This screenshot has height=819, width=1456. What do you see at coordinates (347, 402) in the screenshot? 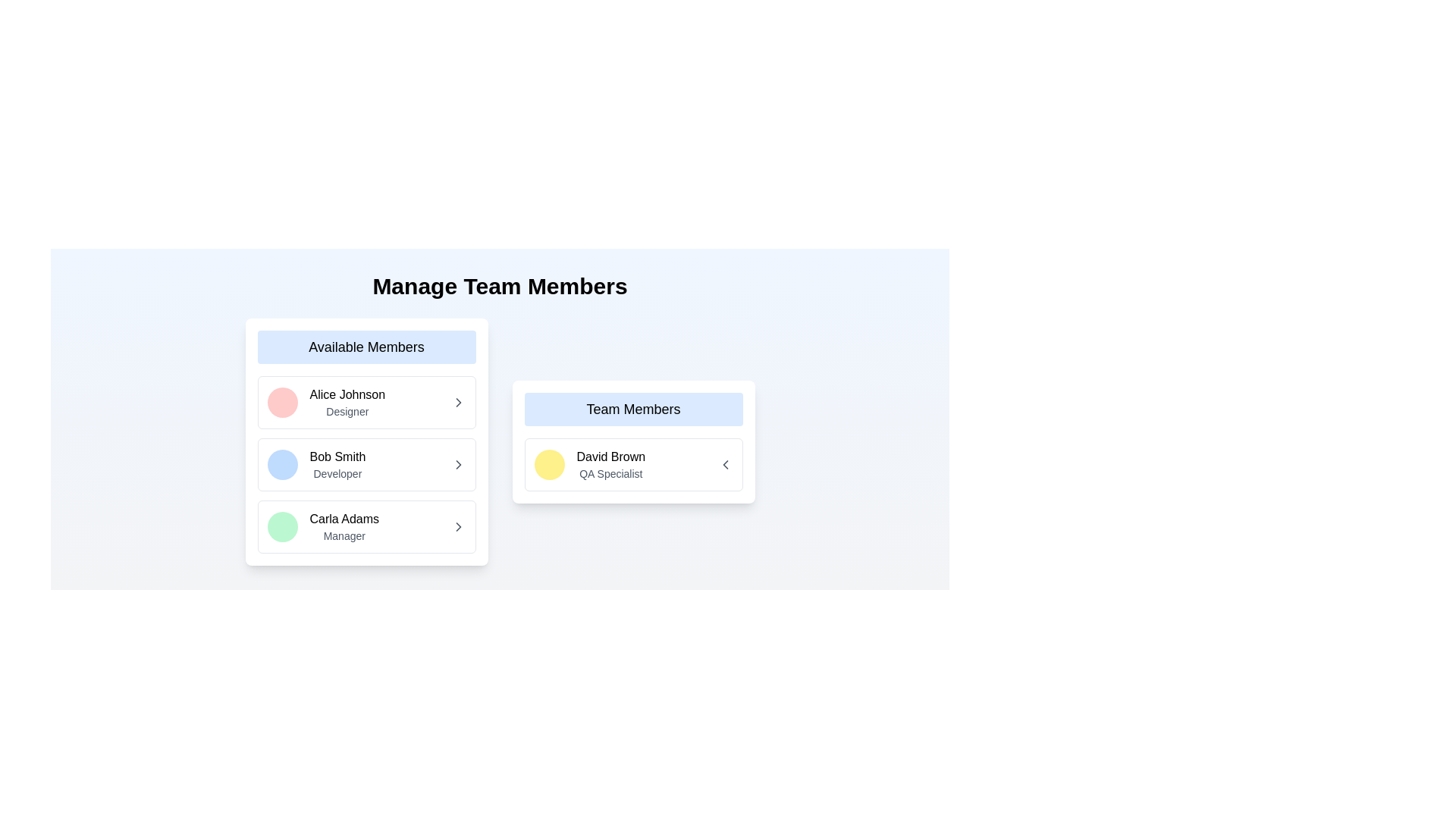
I see `to select the text block displaying 'Alice Johnson Designer', which is the first item in the list of 'Available Members'` at bounding box center [347, 402].